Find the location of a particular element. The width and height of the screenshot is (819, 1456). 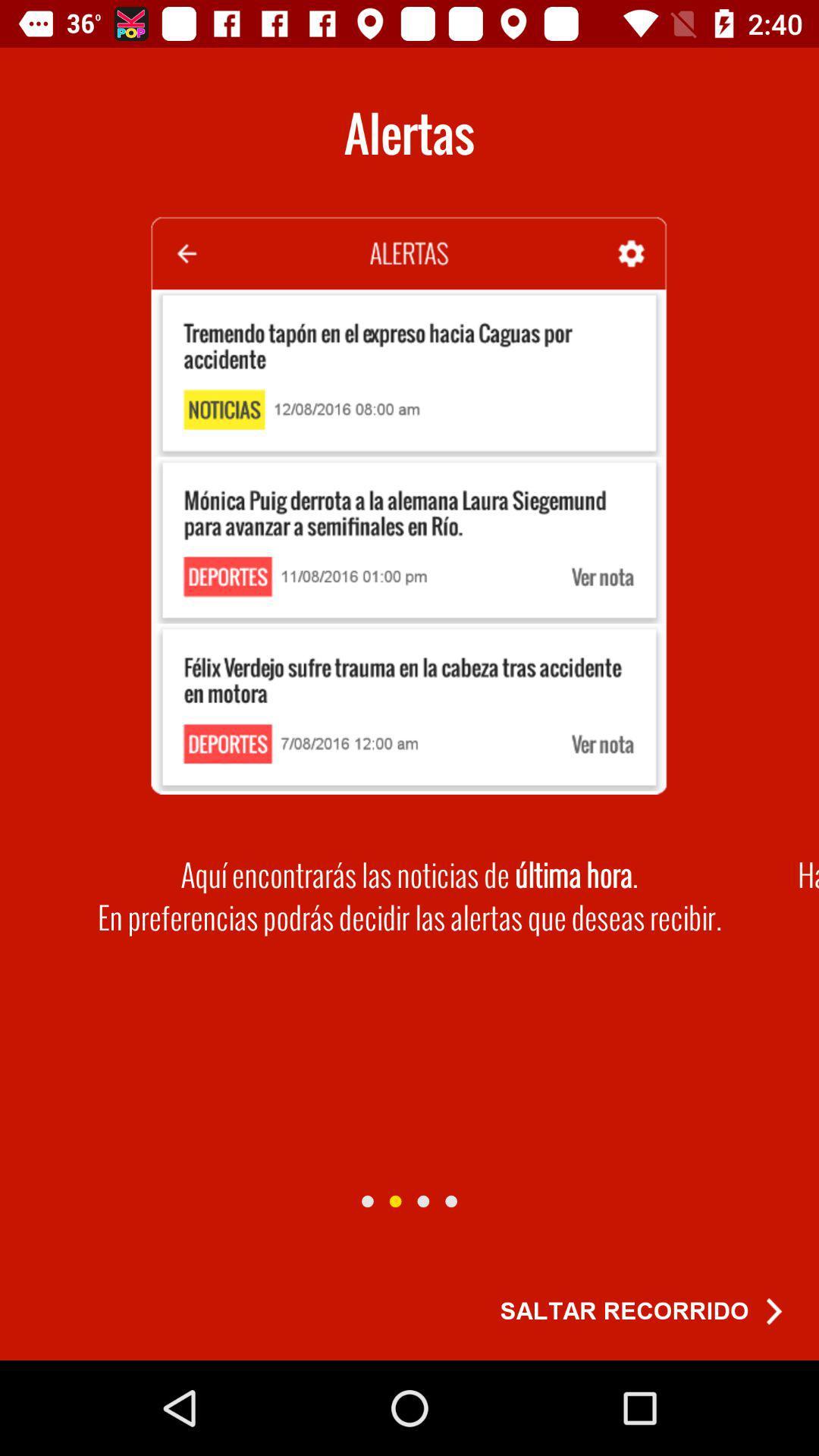

this slide is located at coordinates (367, 1200).